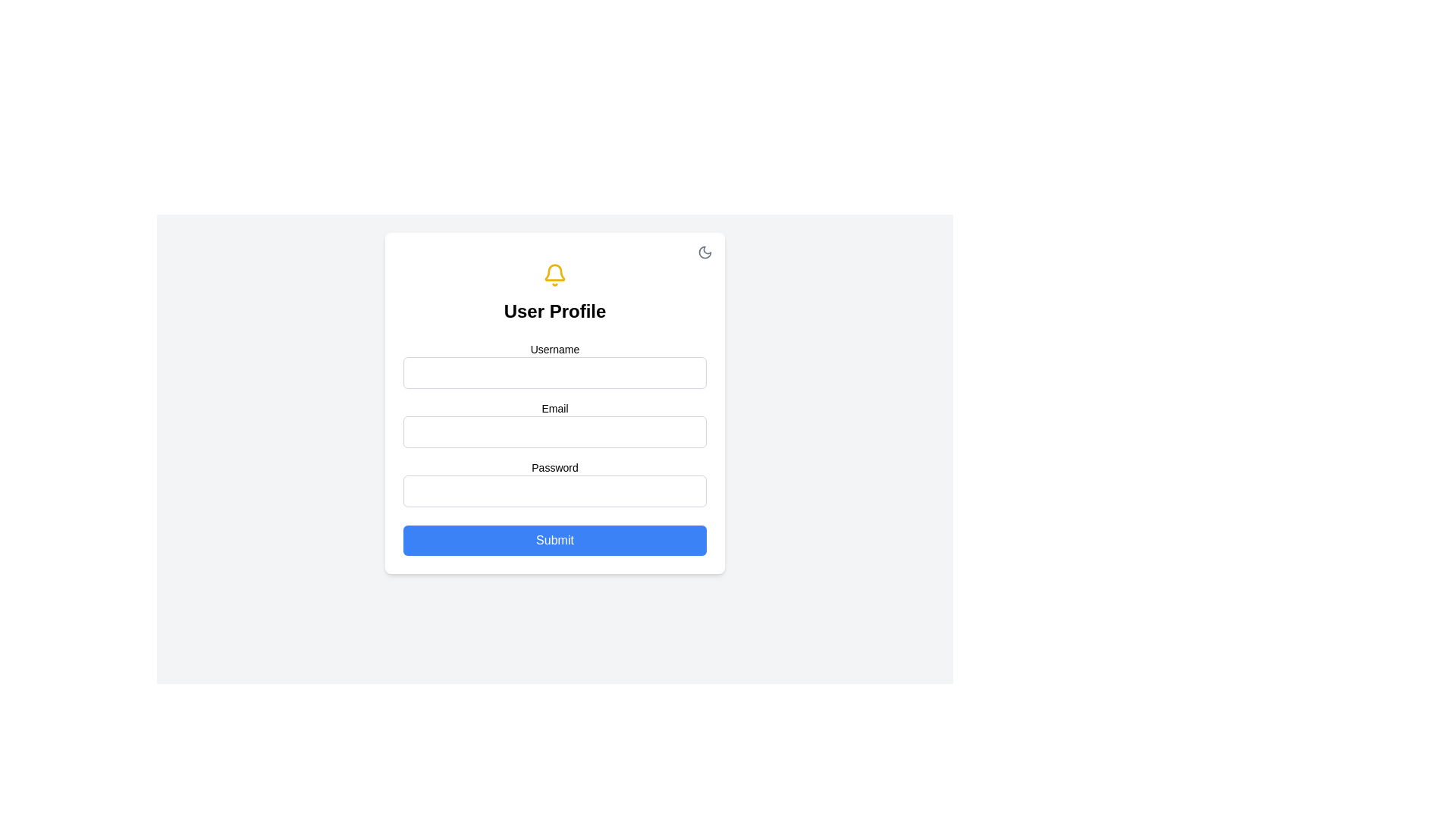 Image resolution: width=1456 pixels, height=819 pixels. I want to click on the heading element that serves as the title for the profile form, located at the top center of the card section, providing context for the related inputs below, so click(554, 311).